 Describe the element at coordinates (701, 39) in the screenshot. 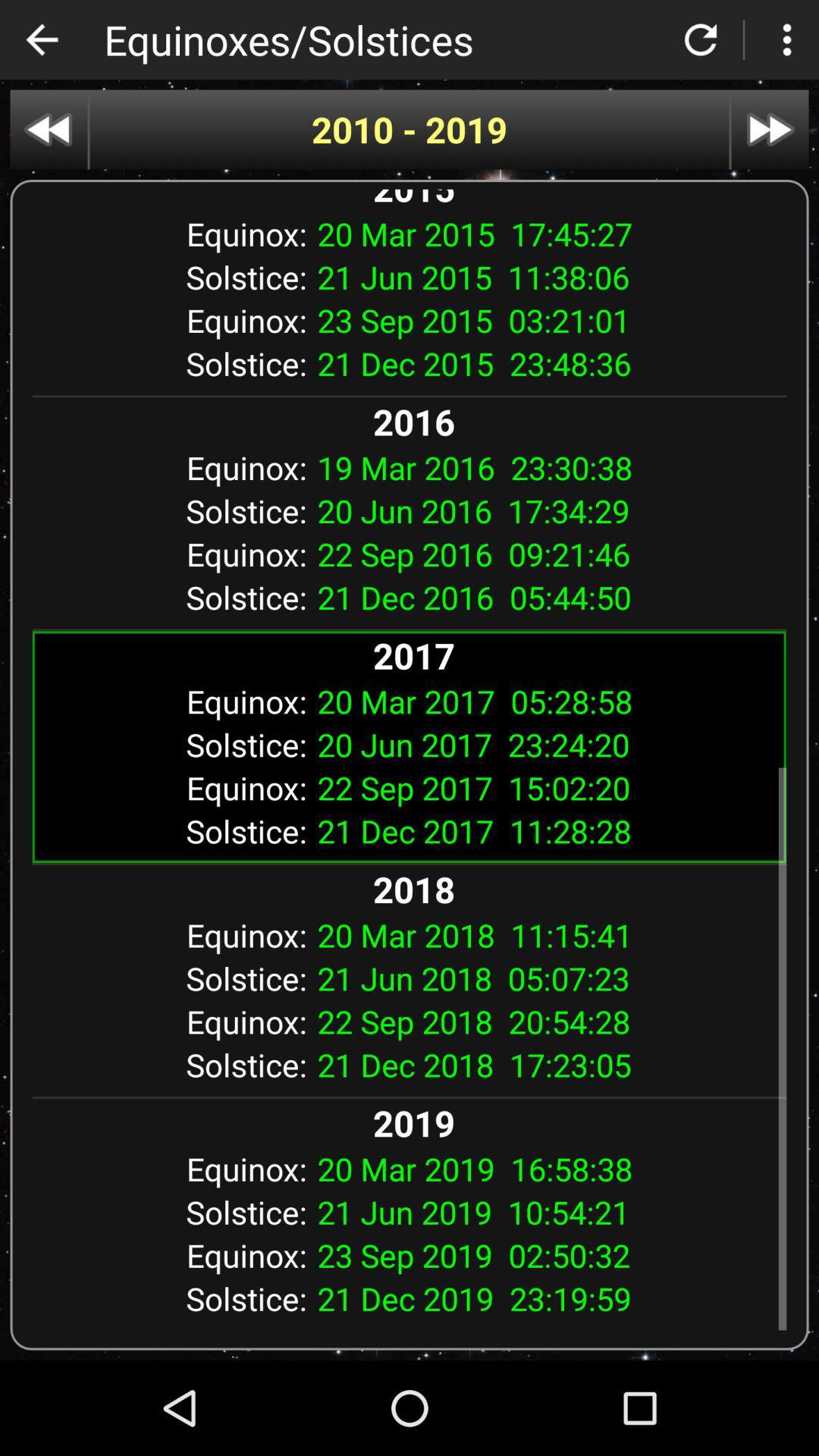

I see `to refresh` at that location.